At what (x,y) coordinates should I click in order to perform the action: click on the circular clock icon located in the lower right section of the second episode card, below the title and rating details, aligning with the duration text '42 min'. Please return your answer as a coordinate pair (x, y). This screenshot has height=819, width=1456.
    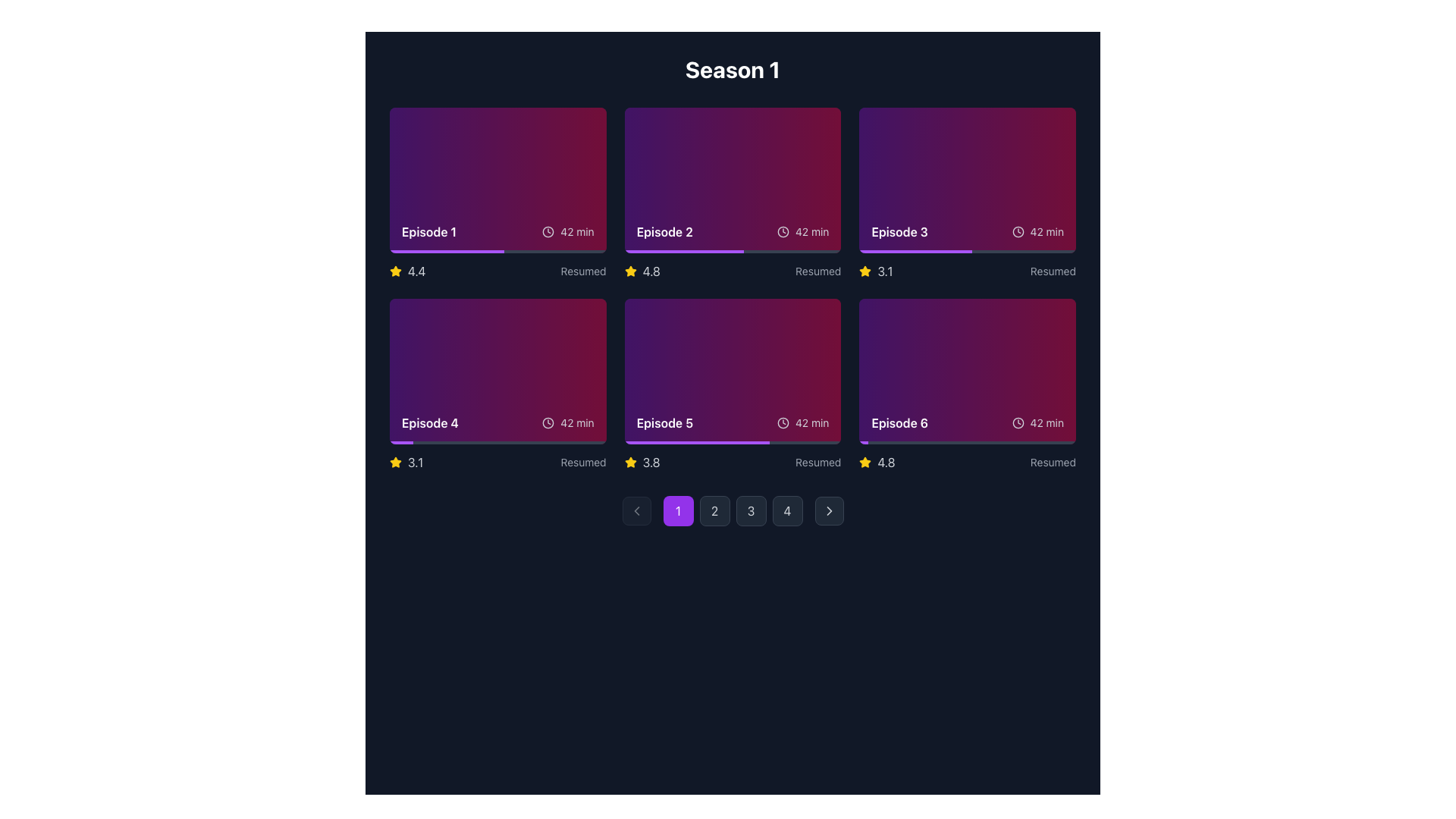
    Looking at the image, I should click on (783, 231).